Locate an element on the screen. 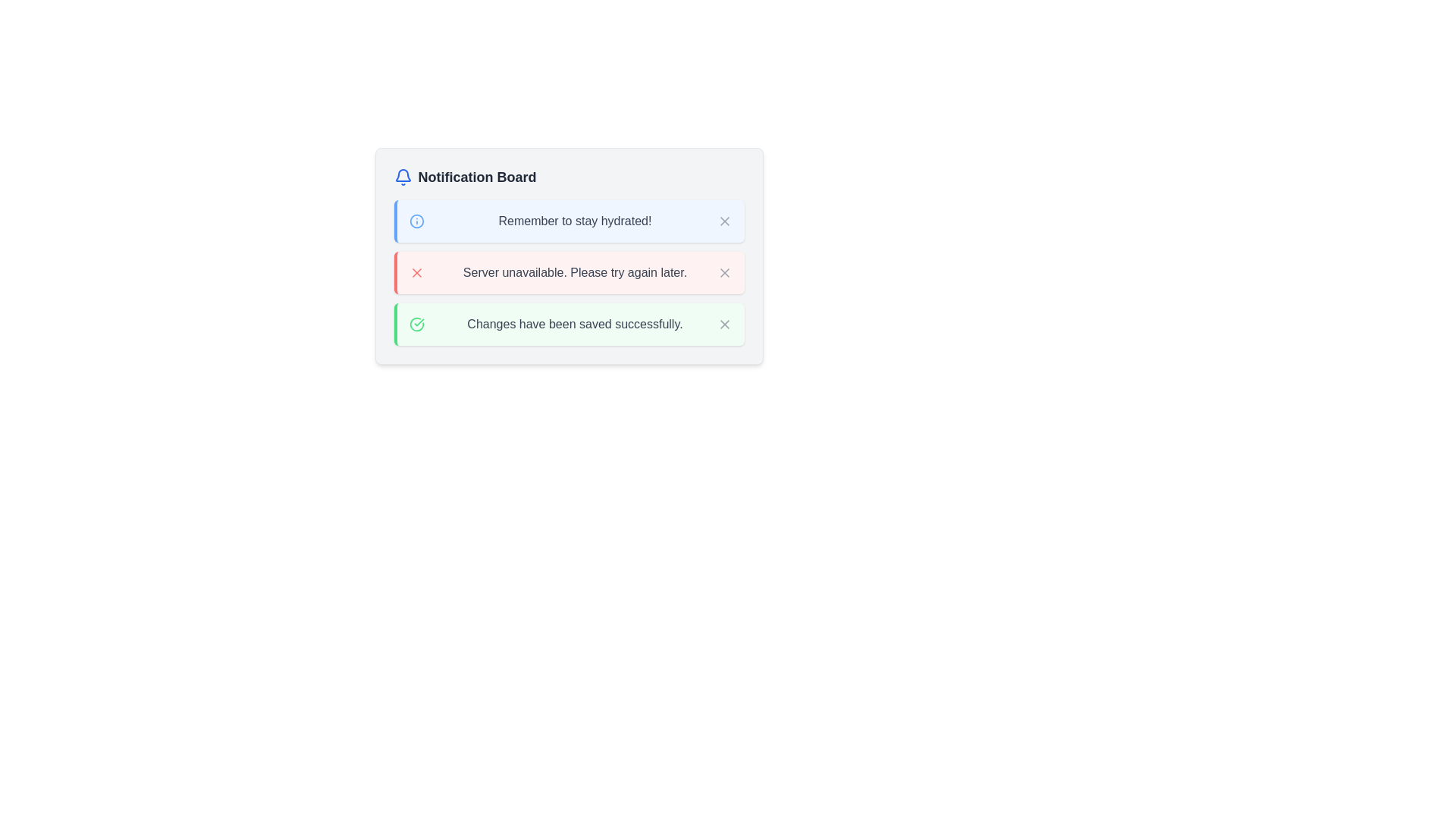  the circular 'X' button at the end of the second notification message is located at coordinates (723, 271).